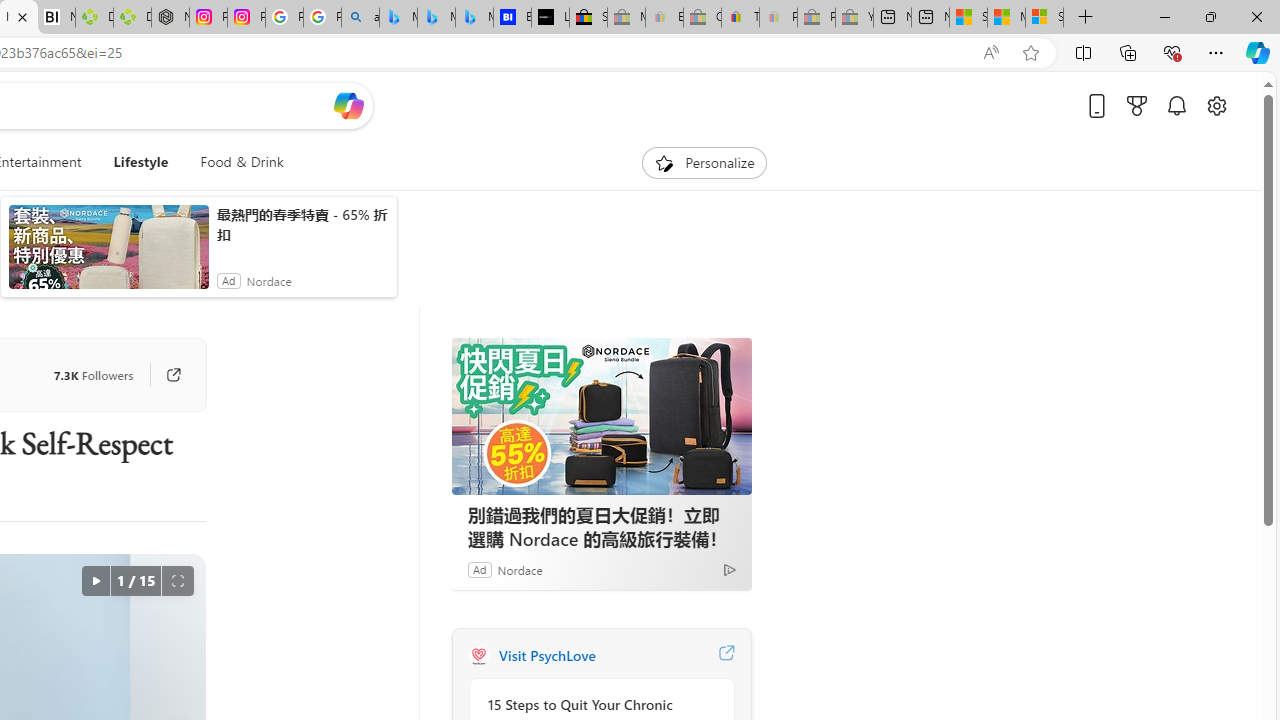 The width and height of the screenshot is (1280, 720). What do you see at coordinates (587, 17) in the screenshot?
I see `'Selling on eBay | Electronics, Fashion, Home & Garden | eBay'` at bounding box center [587, 17].